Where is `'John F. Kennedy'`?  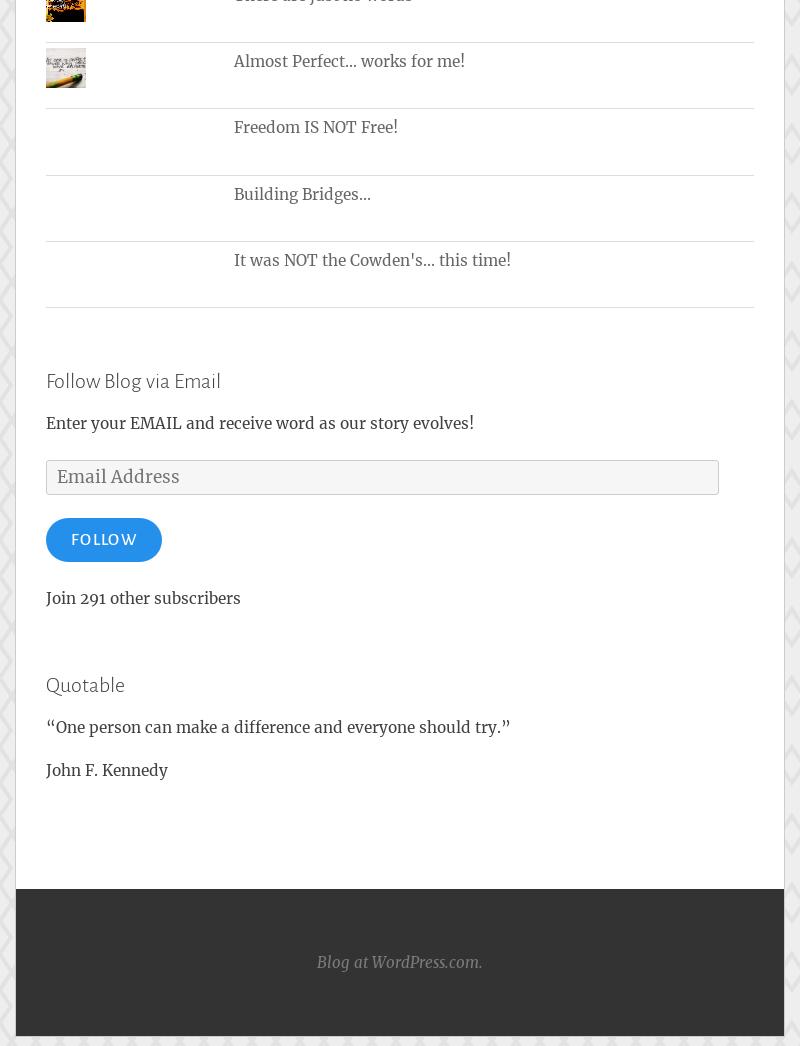
'John F. Kennedy' is located at coordinates (106, 768).